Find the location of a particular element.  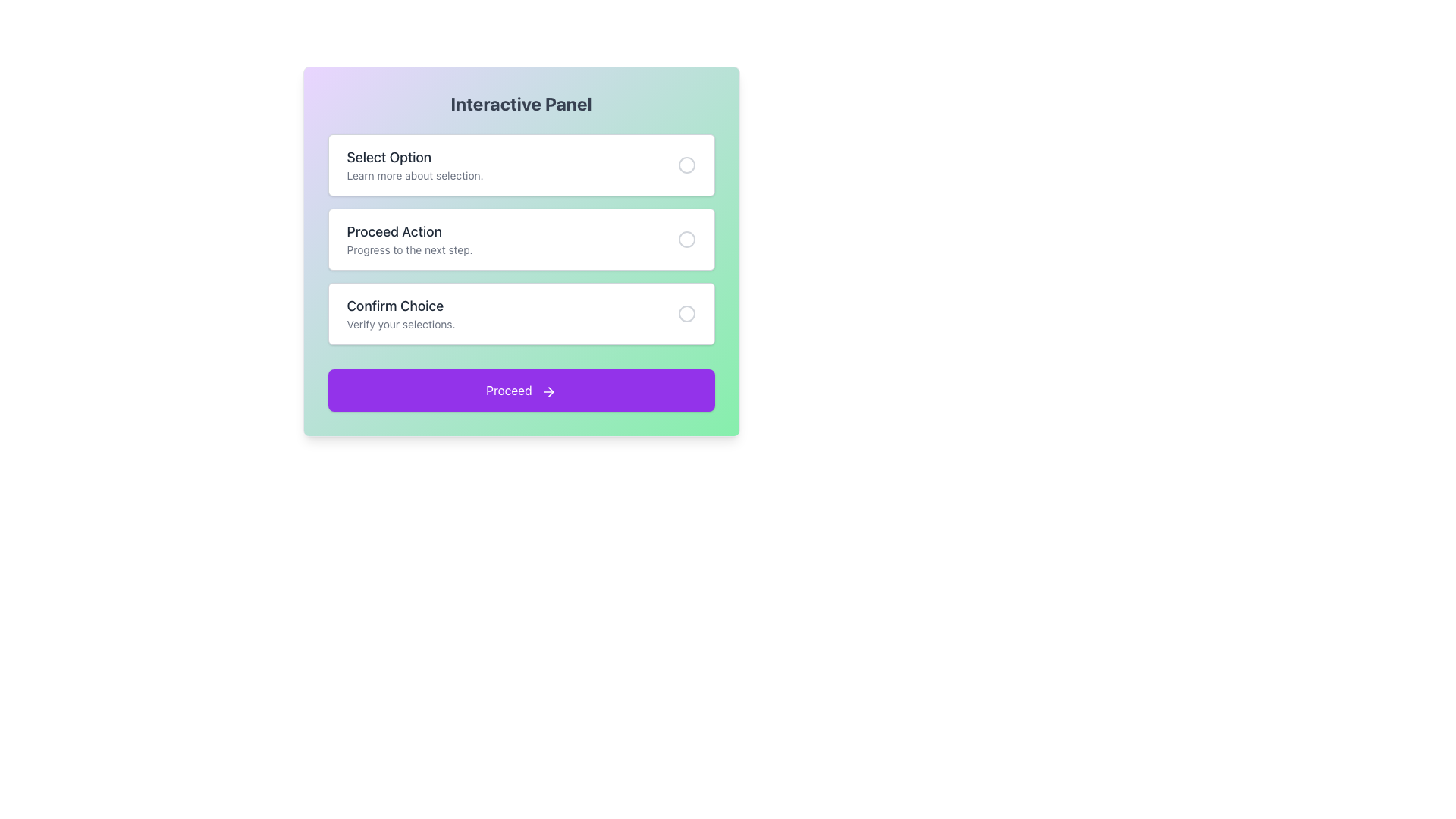

the text label that indicates the option related to progressing to the next step in the panel, located in the second row of a vertical list of options, just below 'Select Option' is located at coordinates (409, 231).